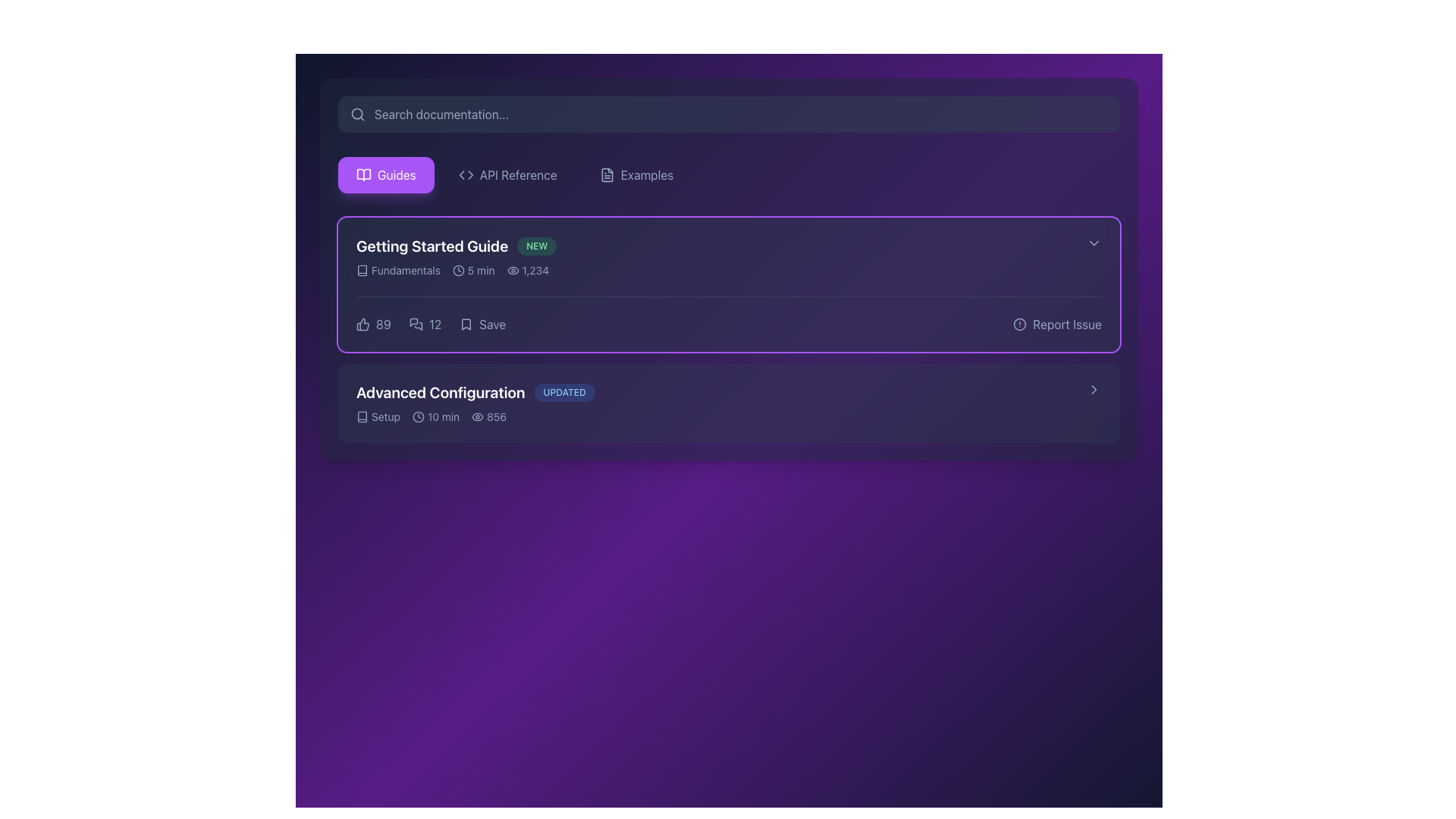 This screenshot has width=1456, height=819. I want to click on displayed text '10 min' from the Text Label with Icon located in the 'Advanced Configuration' section, positioned to the right of 'Setup' and before the '856' statistic entry, so click(435, 417).